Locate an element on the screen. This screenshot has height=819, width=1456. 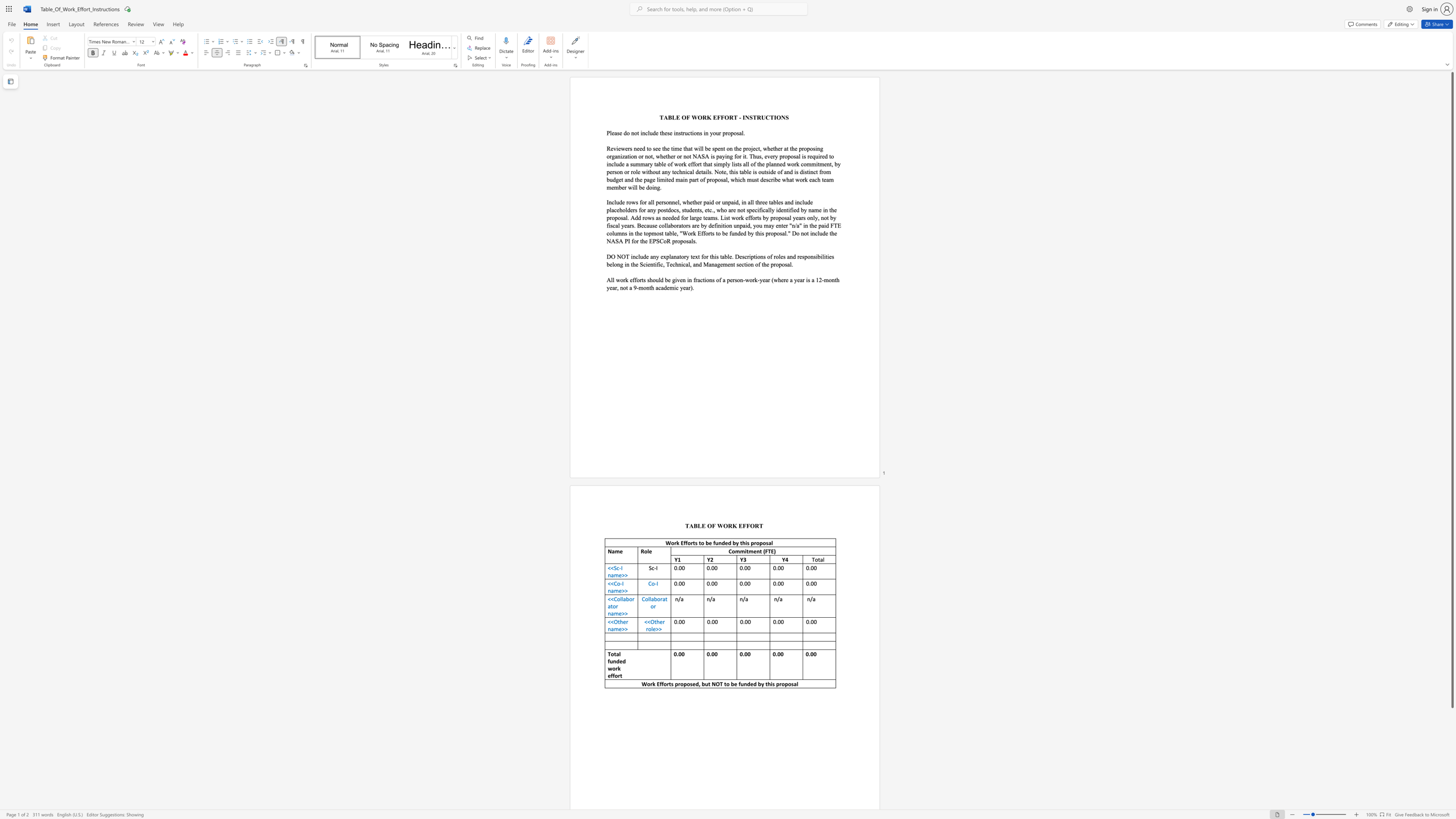
the scrollbar on the right to move the page downward is located at coordinates (1451, 720).